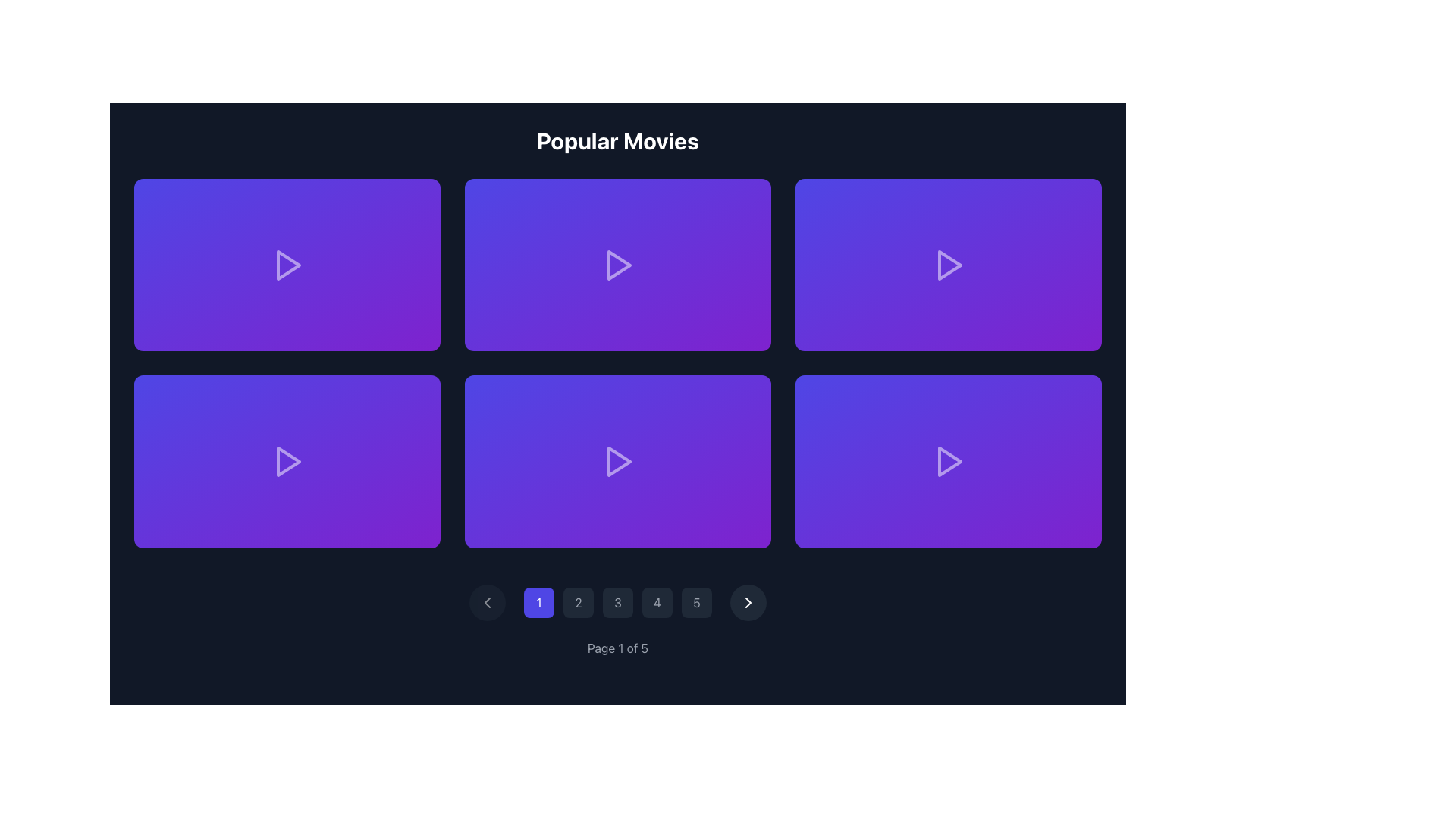 This screenshot has height=819, width=1456. Describe the element at coordinates (948, 460) in the screenshot. I see `the clickable card with a play icon, located in the lower right corner of the 'Popular Movies' section, to play the video` at that location.